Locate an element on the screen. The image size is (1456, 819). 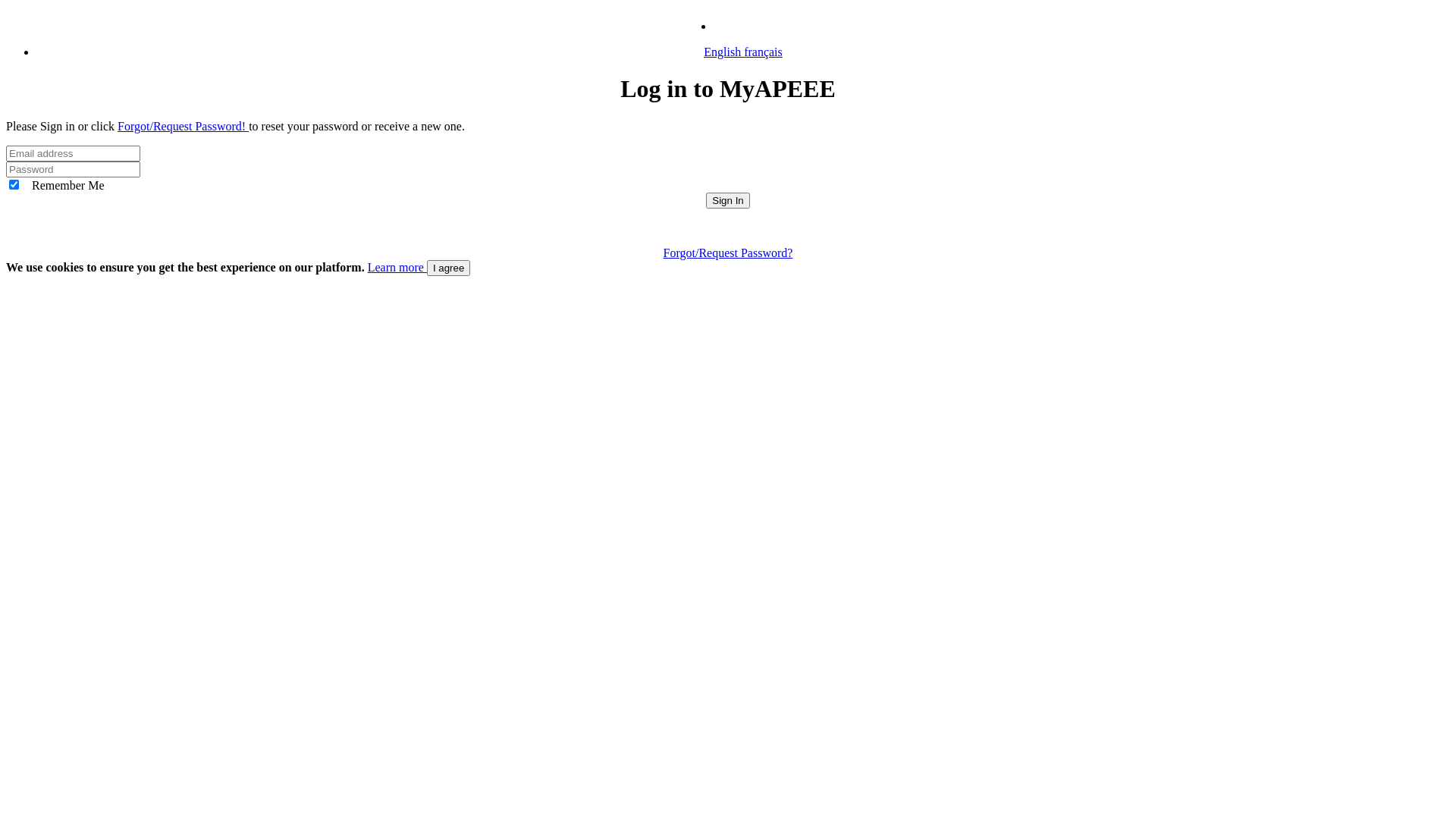
'English' is located at coordinates (736, 26).